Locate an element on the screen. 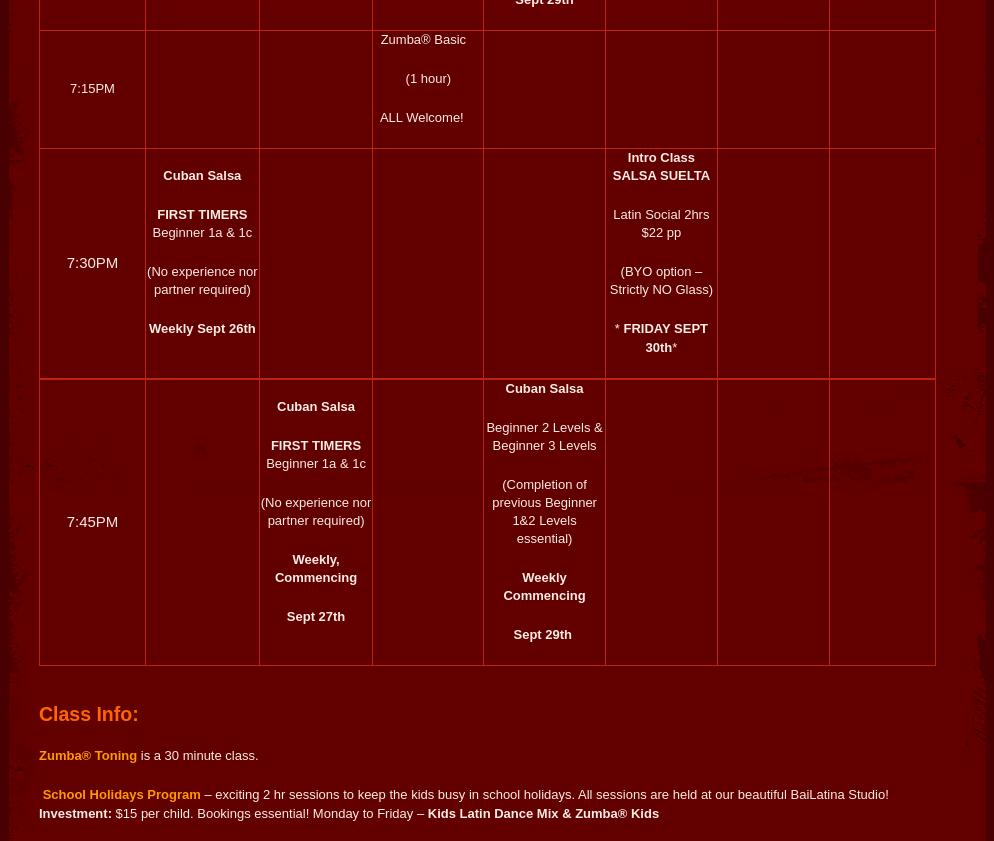 This screenshot has width=994, height=841. '$15 per child. Bookings essential! Monday to Friday' is located at coordinates (110, 812).